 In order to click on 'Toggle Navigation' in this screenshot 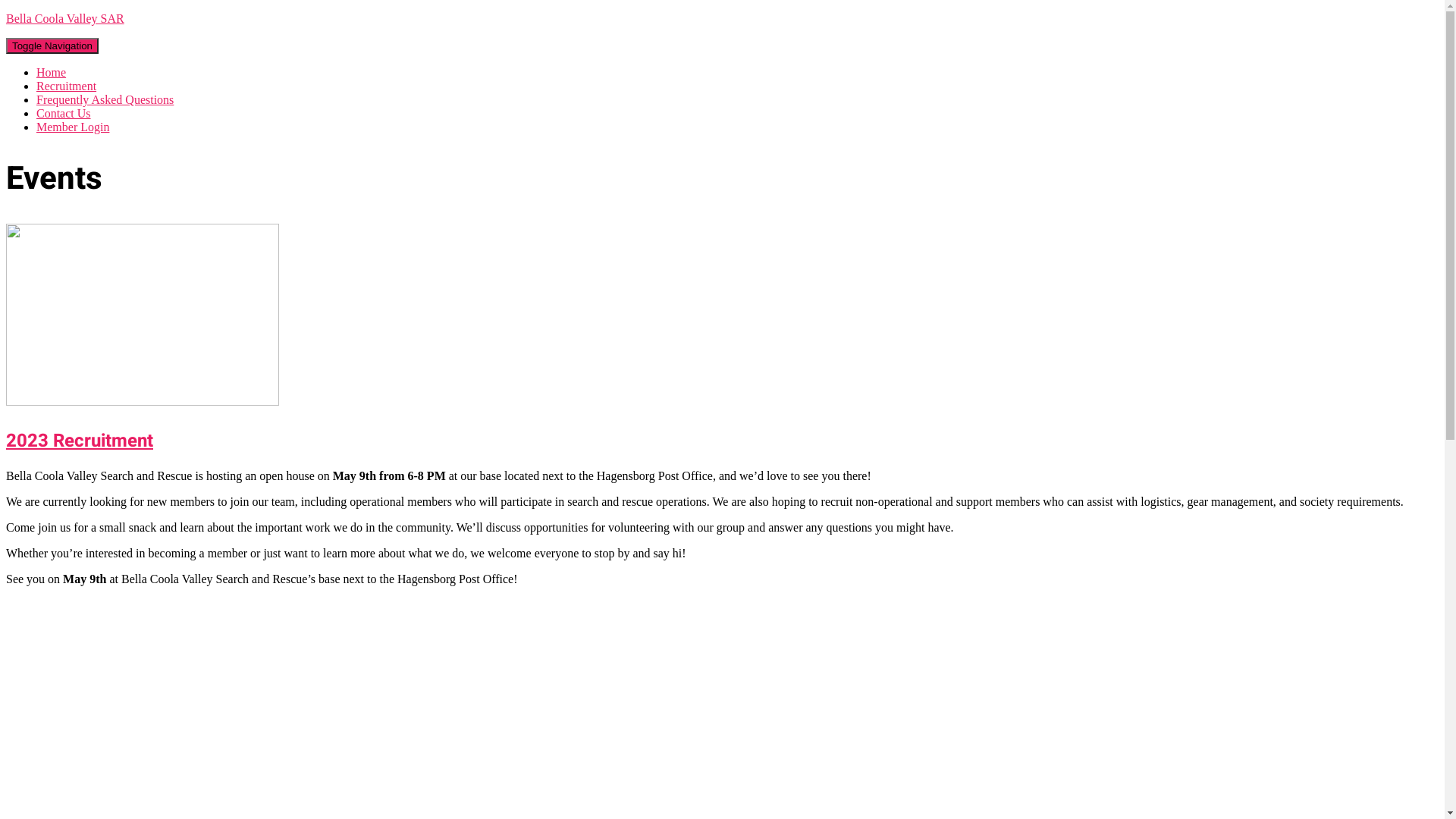, I will do `click(52, 45)`.